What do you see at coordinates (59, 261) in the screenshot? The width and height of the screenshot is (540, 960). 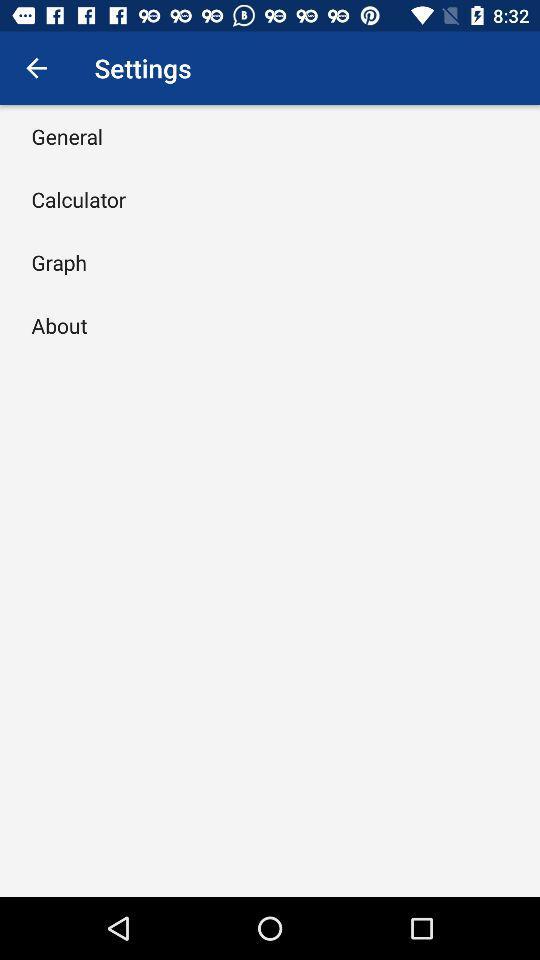 I see `item above the about icon` at bounding box center [59, 261].